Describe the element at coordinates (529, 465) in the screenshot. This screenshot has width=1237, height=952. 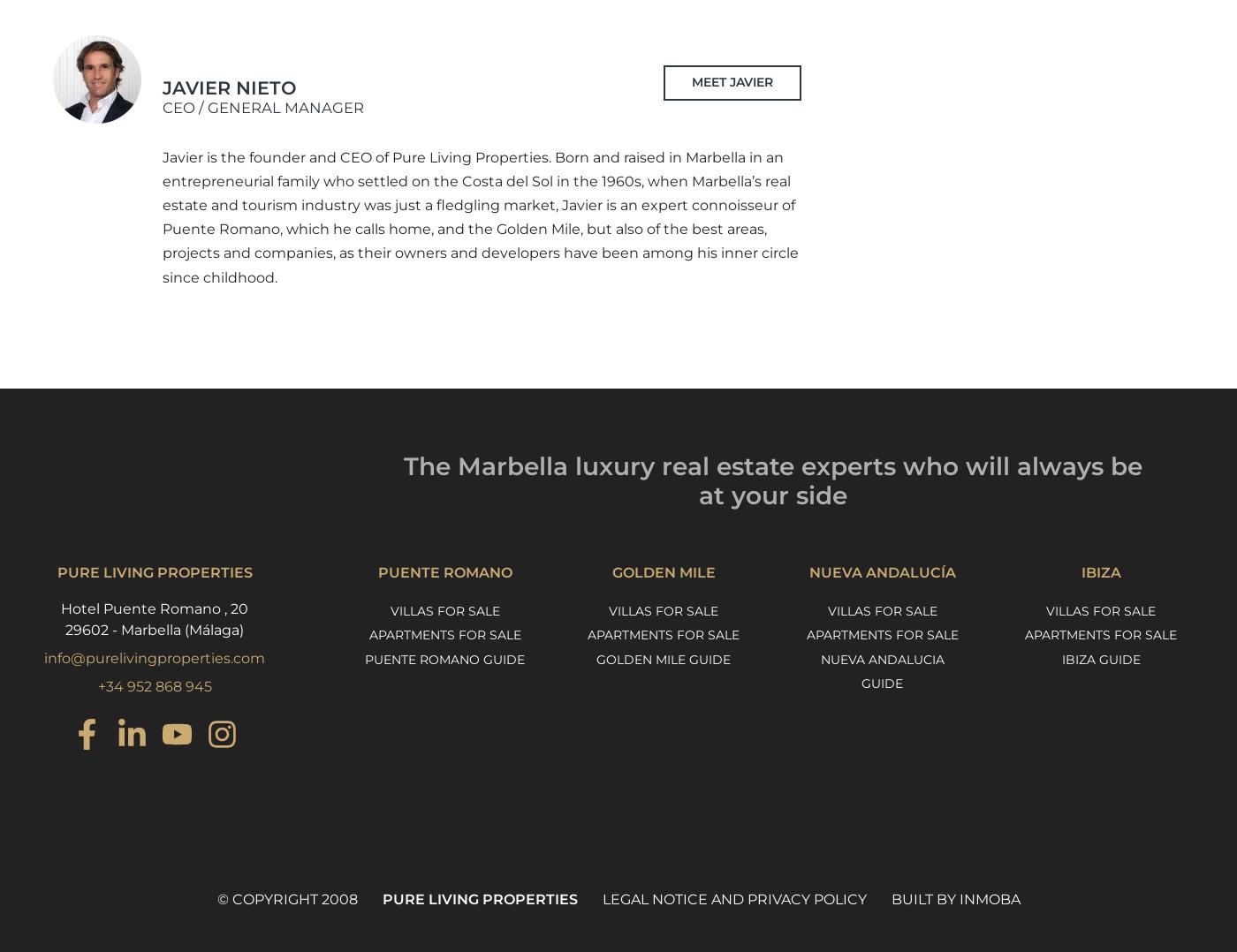
I see `'The Marbella luxury'` at that location.